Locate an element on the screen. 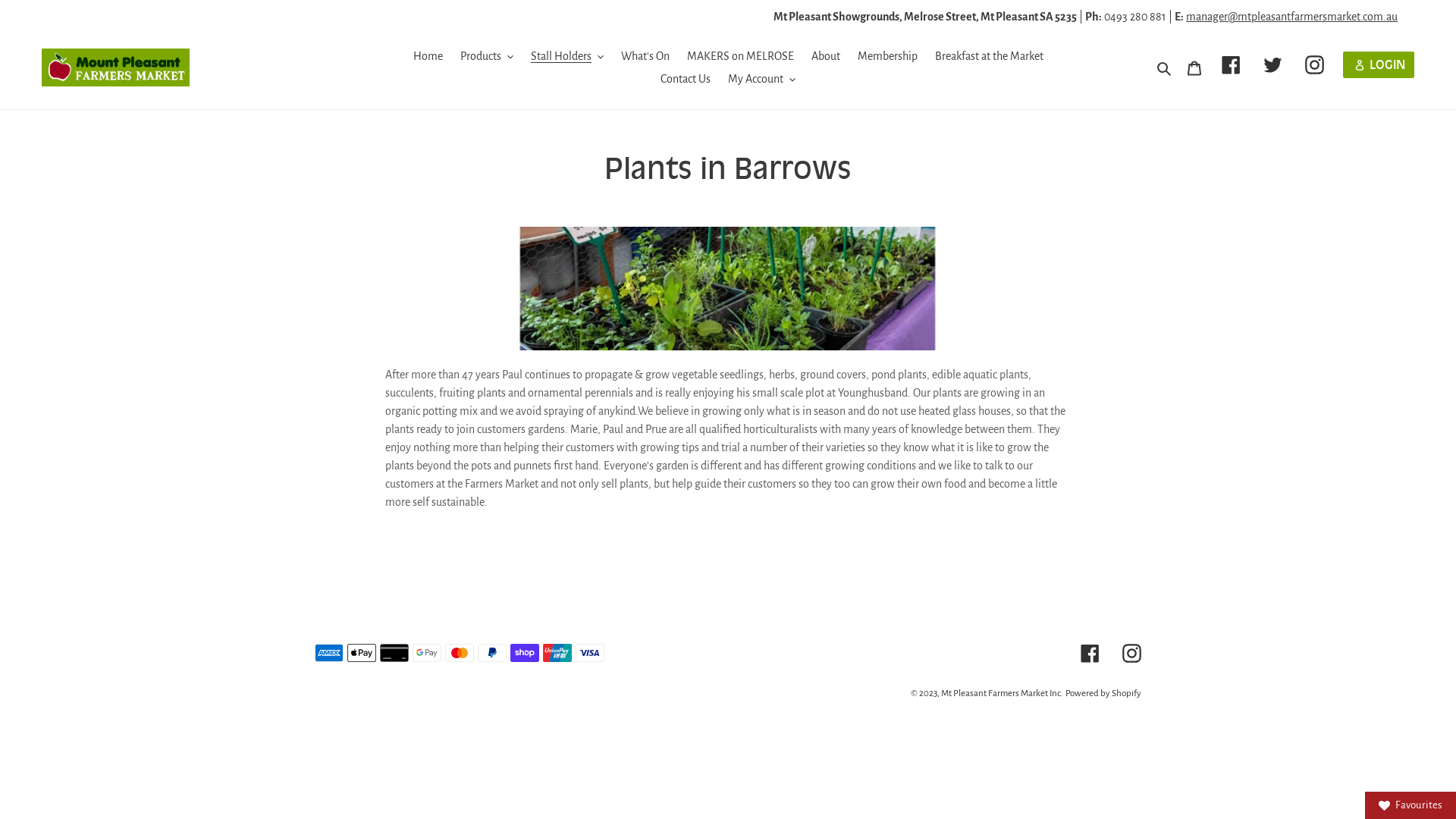  'Home' is located at coordinates (426, 55).